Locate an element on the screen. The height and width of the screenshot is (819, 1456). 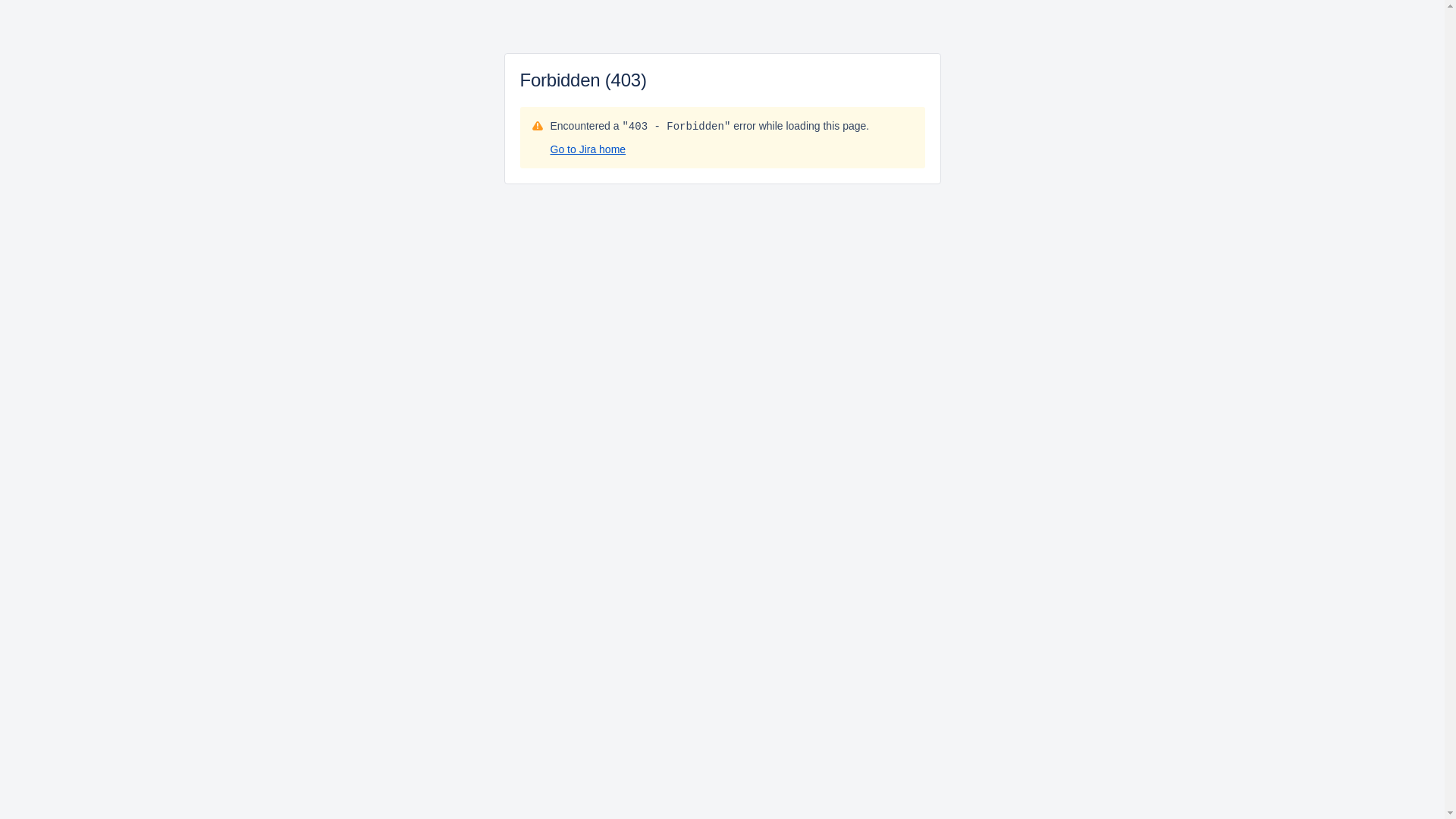
'Go to Jira home' is located at coordinates (588, 149).